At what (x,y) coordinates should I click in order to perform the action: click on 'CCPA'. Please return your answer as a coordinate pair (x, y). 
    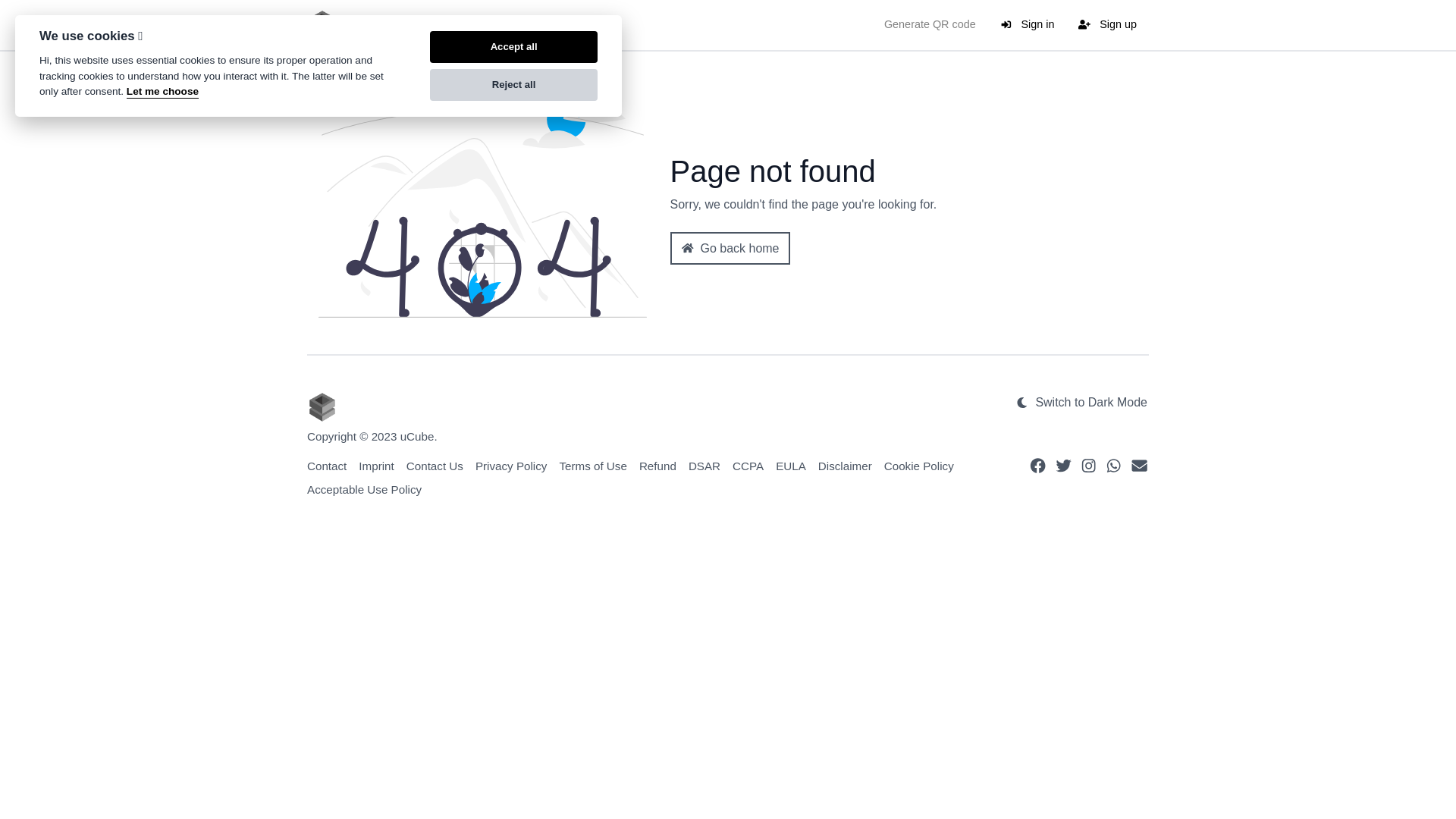
    Looking at the image, I should click on (748, 465).